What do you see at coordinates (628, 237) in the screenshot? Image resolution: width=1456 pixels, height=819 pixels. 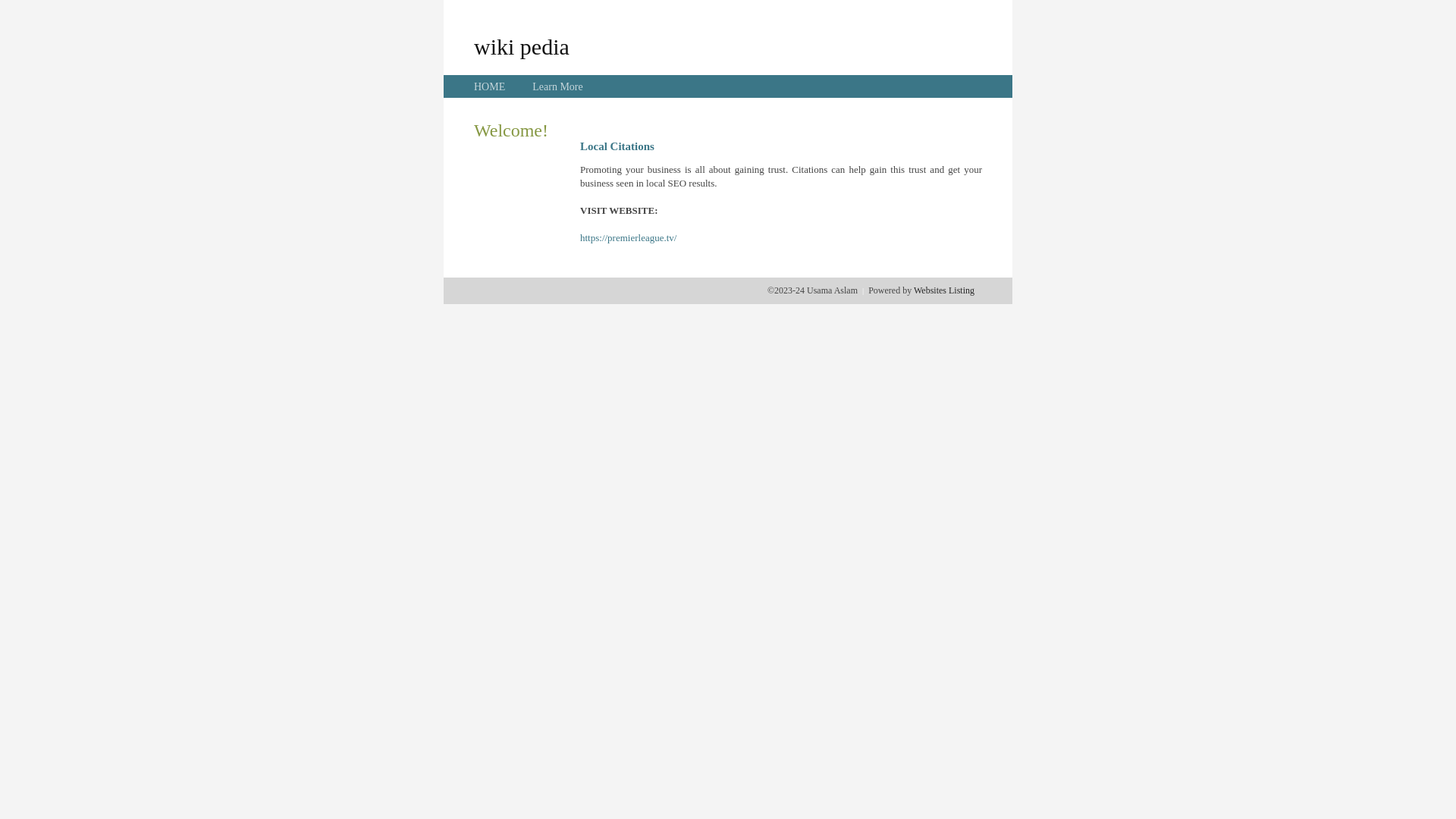 I see `'https://premierleague.tv/'` at bounding box center [628, 237].